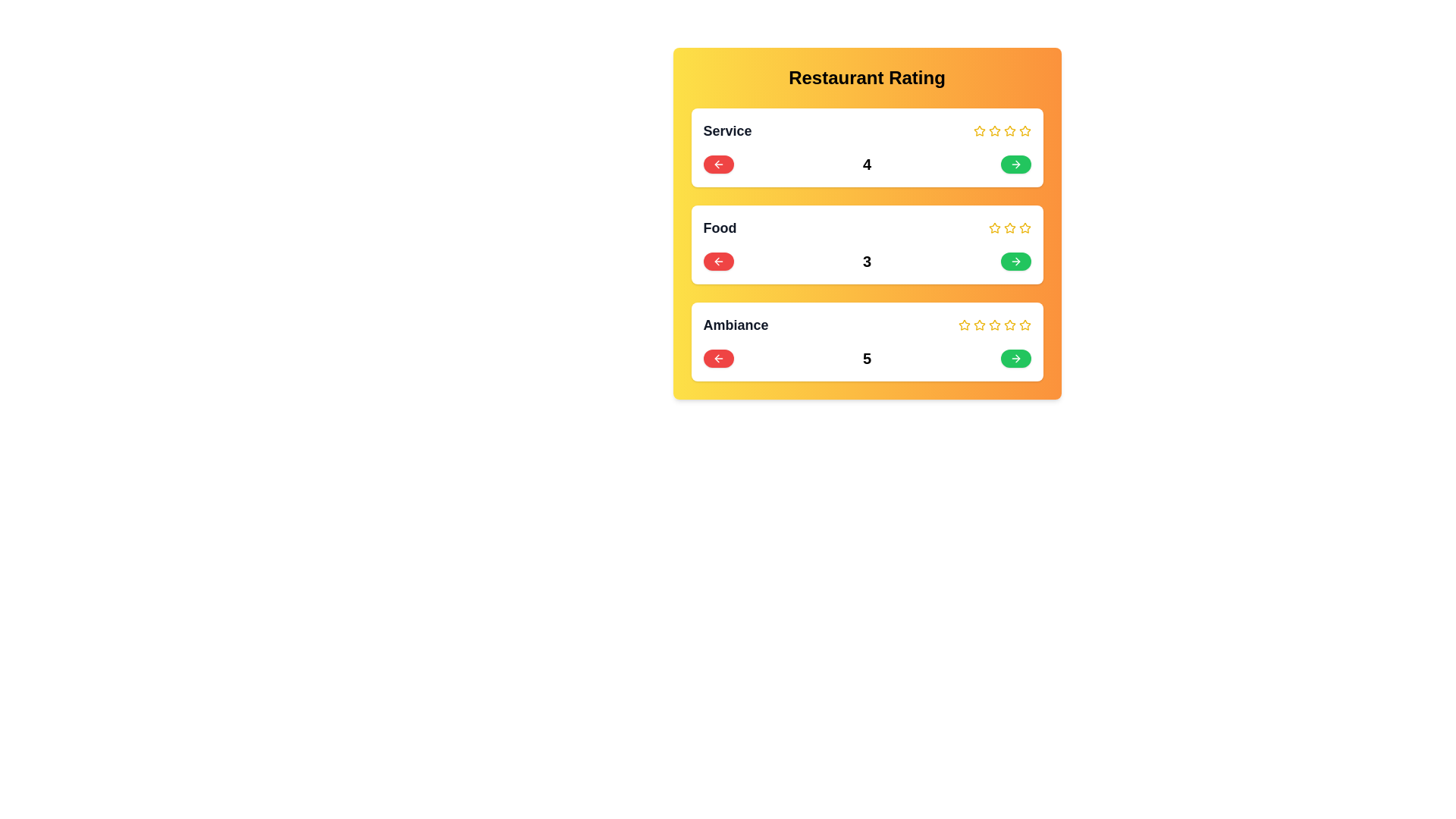 Image resolution: width=1456 pixels, height=819 pixels. What do you see at coordinates (1009, 130) in the screenshot?
I see `to select the fourth yellow outlined star icon in the 'Service' section of the 'Restaurant Rating' UI` at bounding box center [1009, 130].